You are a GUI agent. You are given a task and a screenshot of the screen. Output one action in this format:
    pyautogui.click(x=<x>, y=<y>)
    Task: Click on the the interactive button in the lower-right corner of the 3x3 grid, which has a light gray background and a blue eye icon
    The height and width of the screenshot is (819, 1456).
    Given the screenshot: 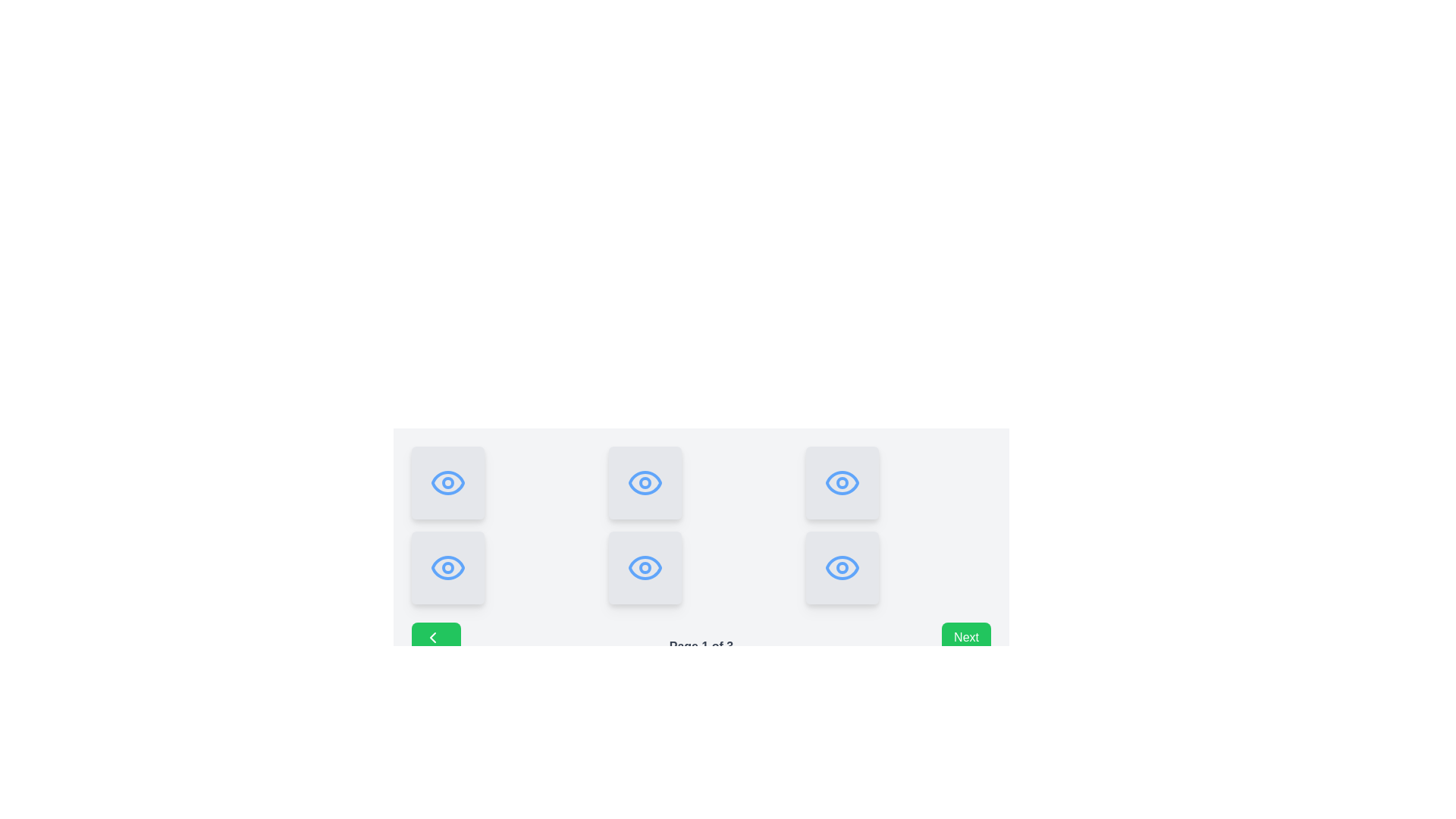 What is the action you would take?
    pyautogui.click(x=841, y=567)
    